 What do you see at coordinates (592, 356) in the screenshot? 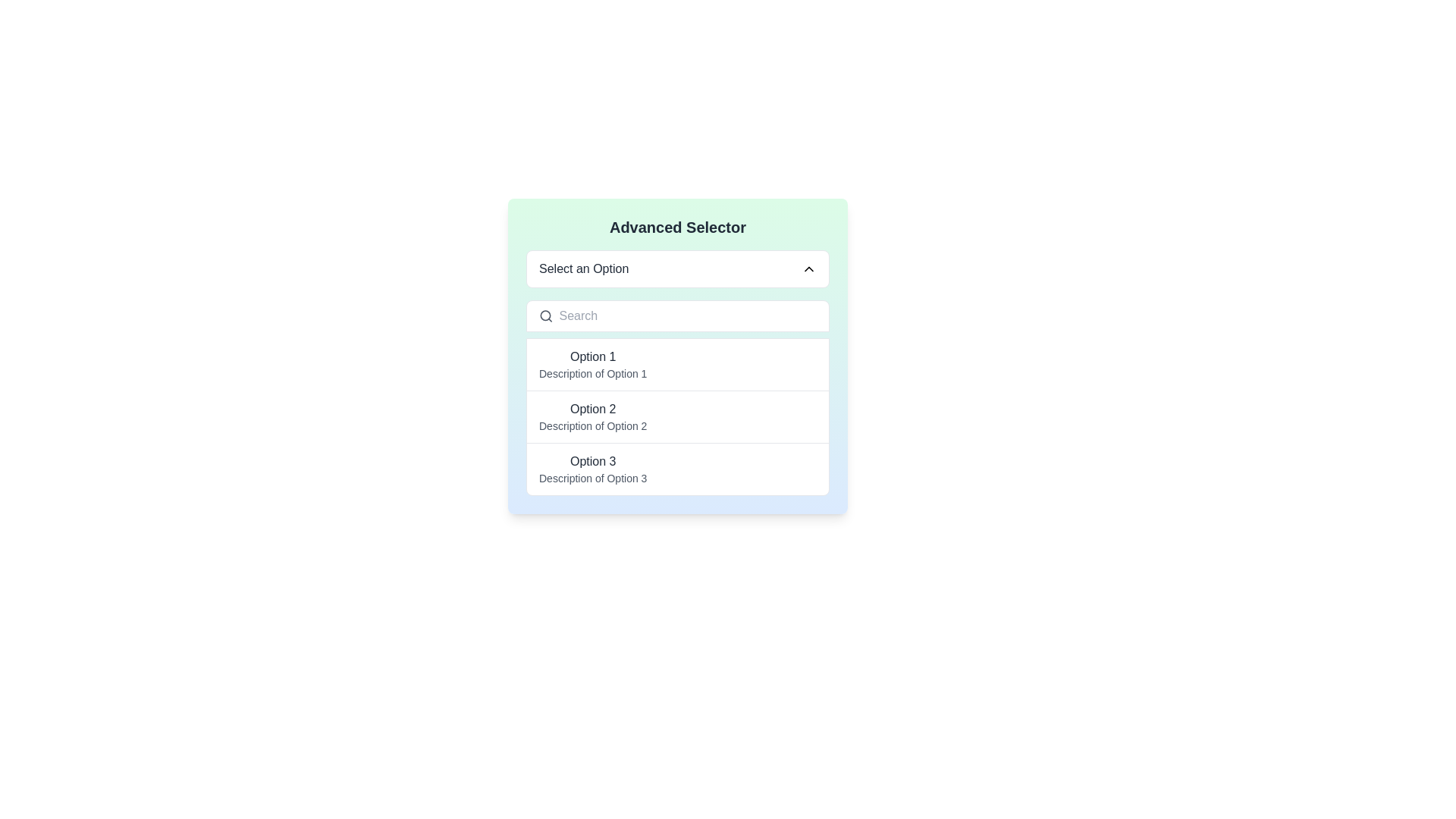
I see `the static text label that serves as the title for the first option in the dropdown menu, located above the description text` at bounding box center [592, 356].